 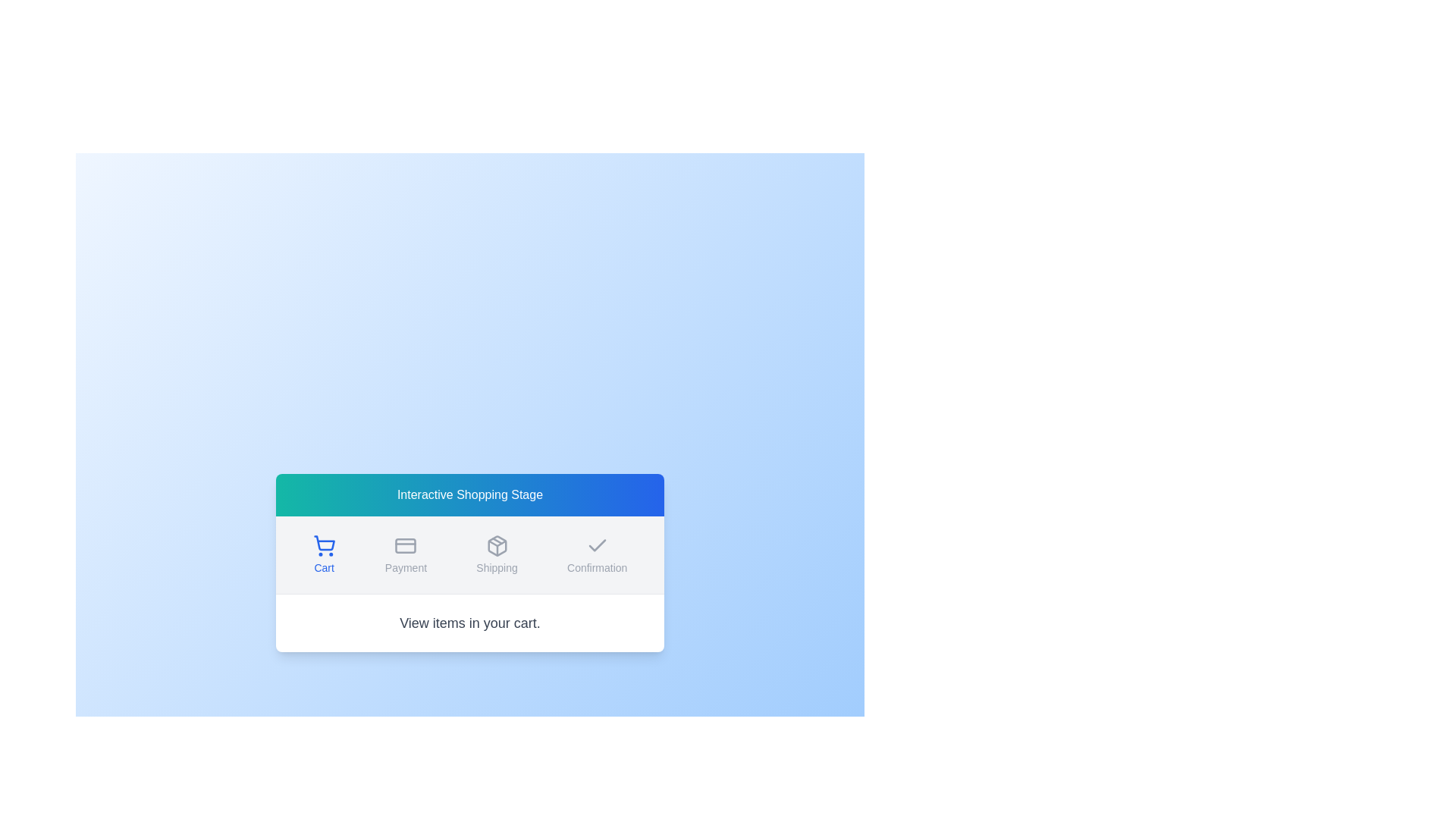 What do you see at coordinates (323, 567) in the screenshot?
I see `the 'Cart' text label, which is styled in a small-sized blue font and located below a blue shopping cart icon in a horizontal row of options` at bounding box center [323, 567].